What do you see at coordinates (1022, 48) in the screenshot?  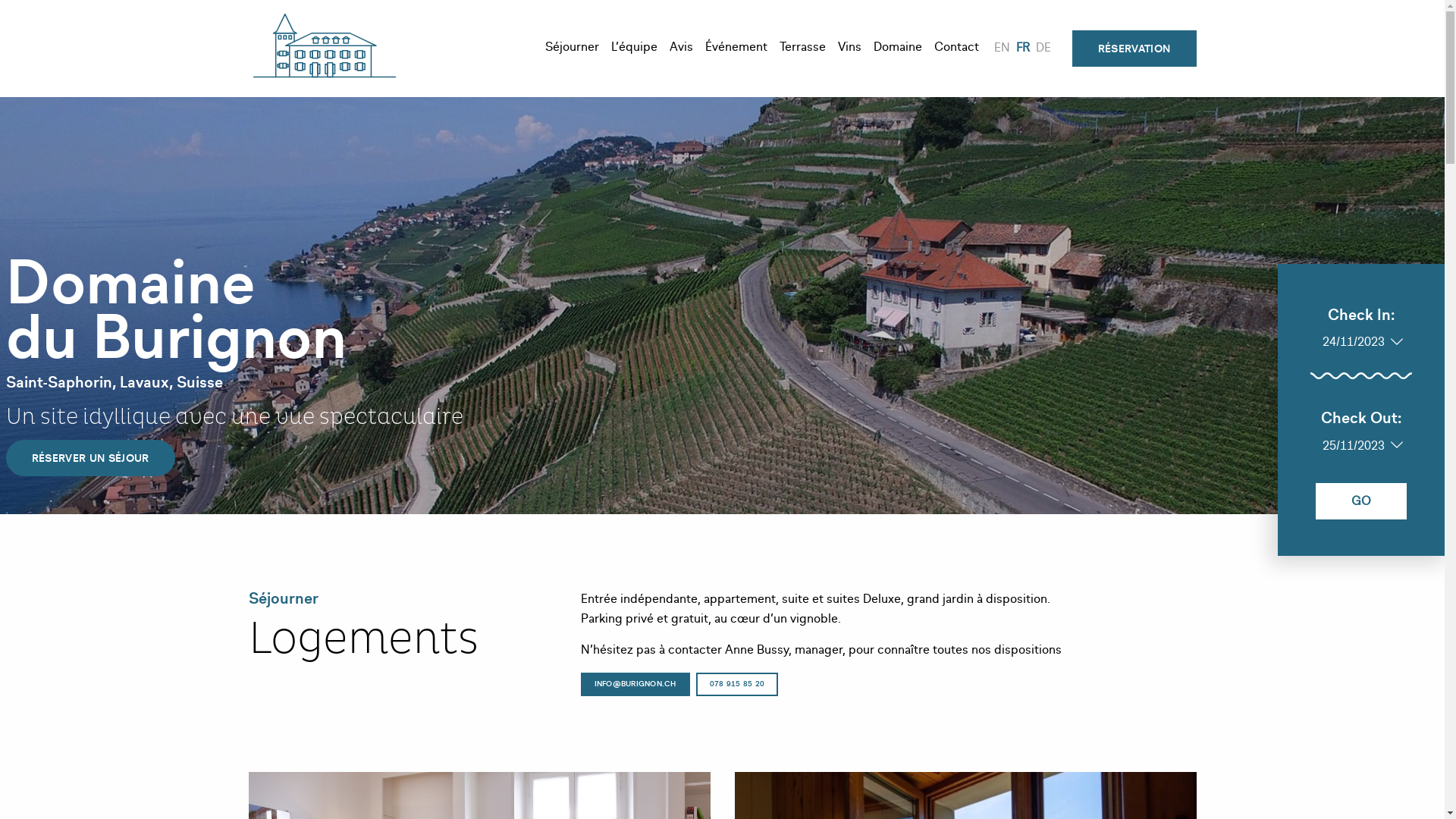 I see `'FR'` at bounding box center [1022, 48].